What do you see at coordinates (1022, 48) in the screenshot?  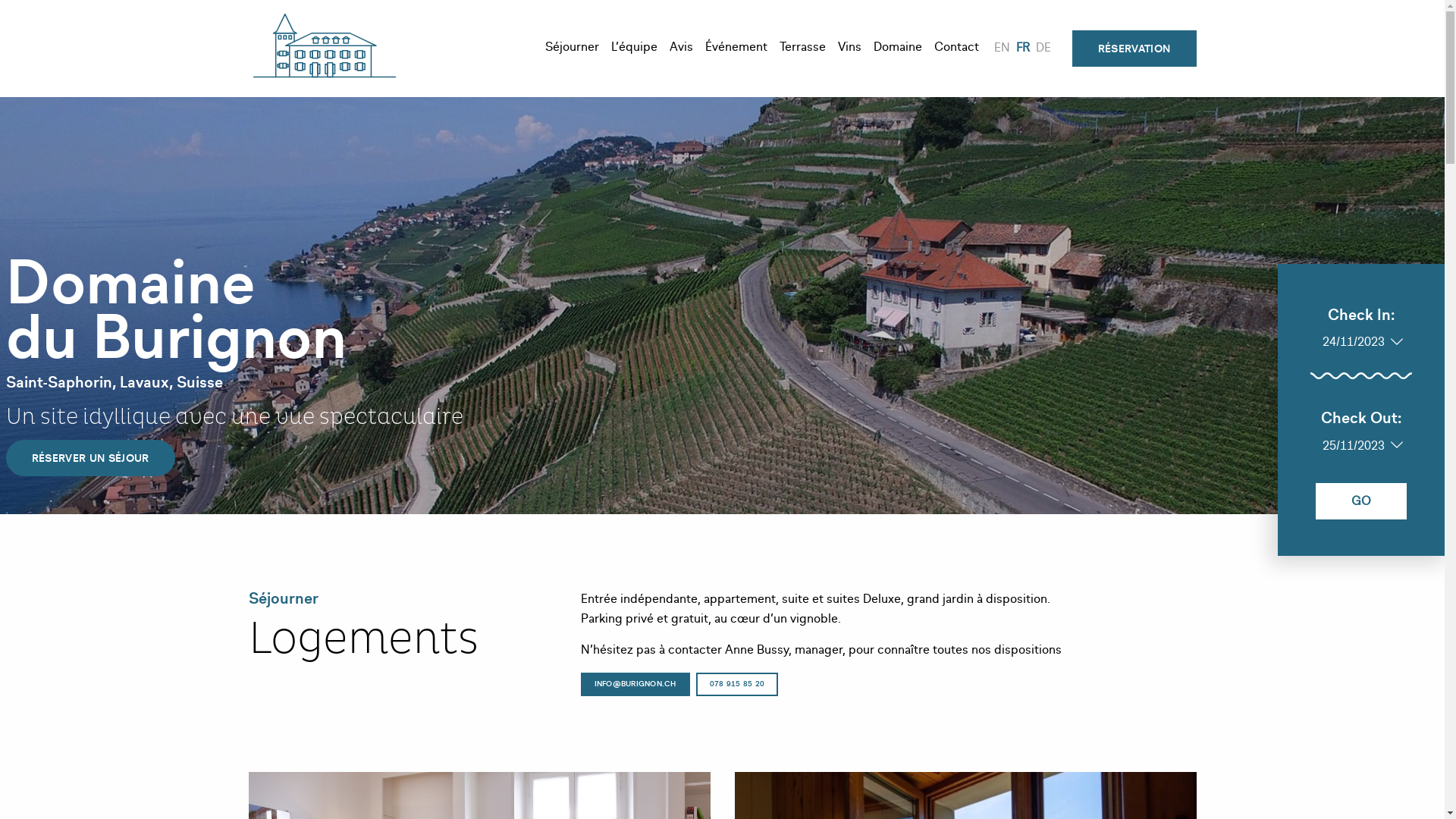 I see `'FR'` at bounding box center [1022, 48].